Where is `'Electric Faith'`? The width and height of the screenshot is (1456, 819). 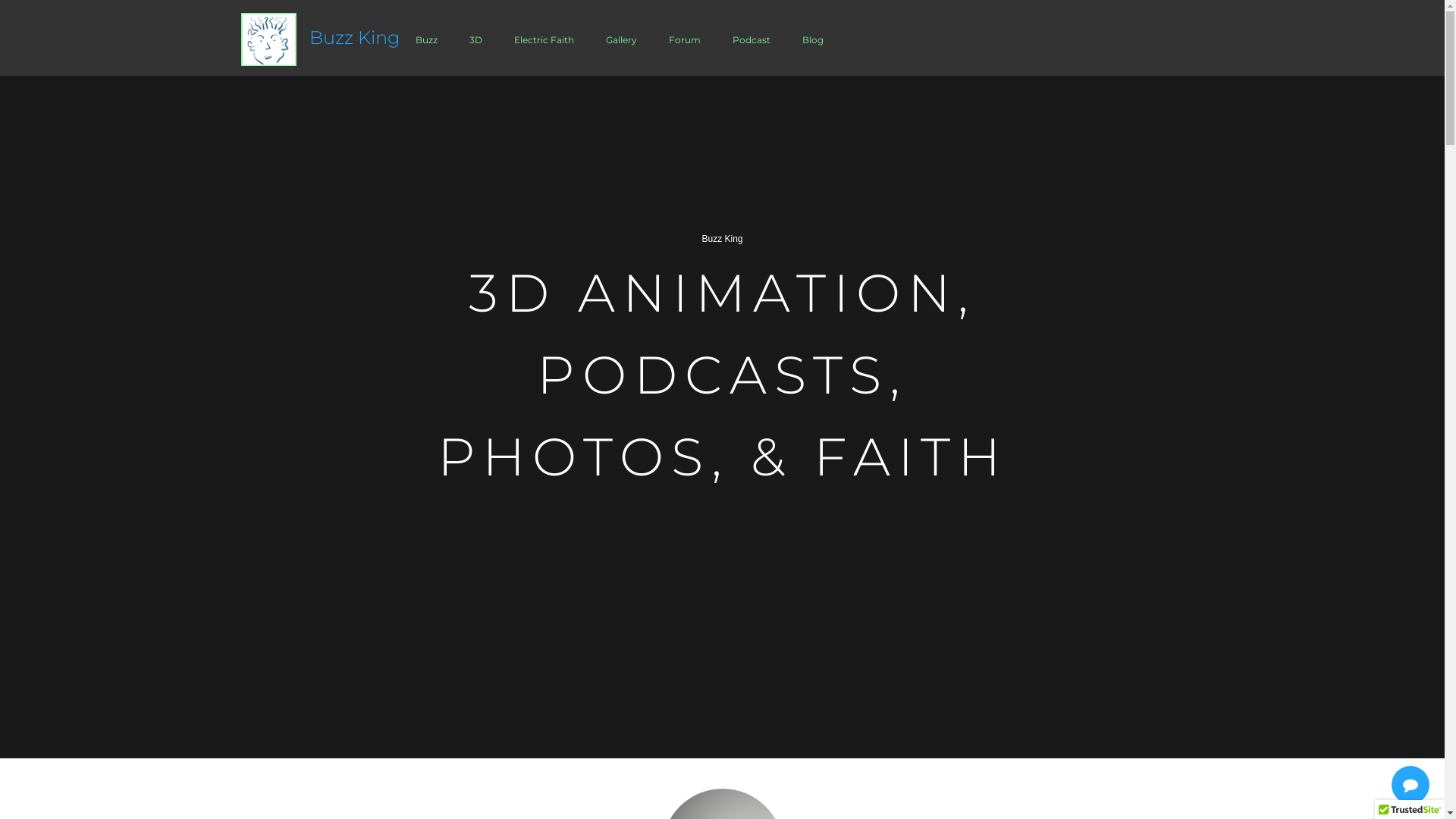 'Electric Faith' is located at coordinates (498, 39).